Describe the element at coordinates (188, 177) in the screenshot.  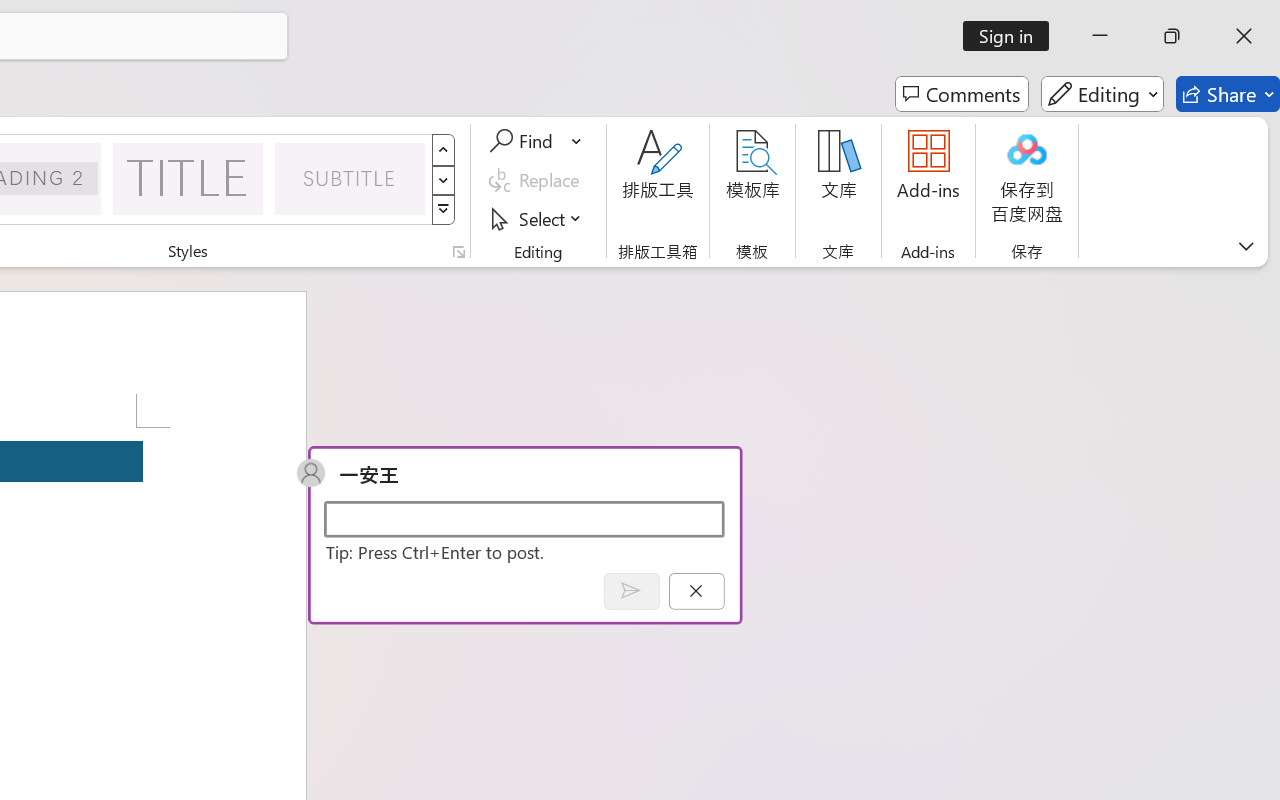
I see `'Title'` at that location.